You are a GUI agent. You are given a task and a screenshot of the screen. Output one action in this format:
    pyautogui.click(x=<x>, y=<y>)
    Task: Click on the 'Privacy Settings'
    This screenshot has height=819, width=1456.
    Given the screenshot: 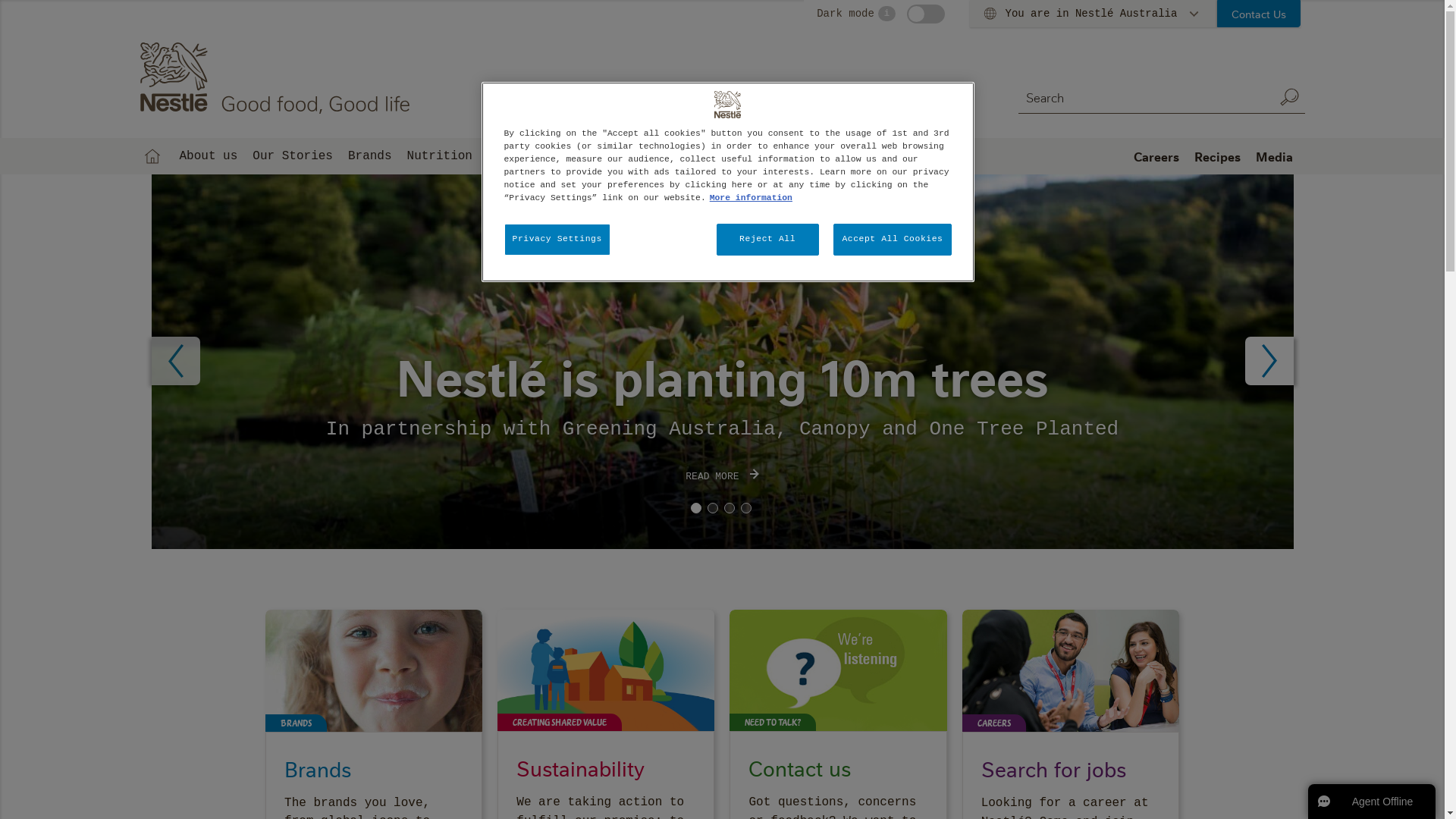 What is the action you would take?
    pyautogui.click(x=556, y=239)
    